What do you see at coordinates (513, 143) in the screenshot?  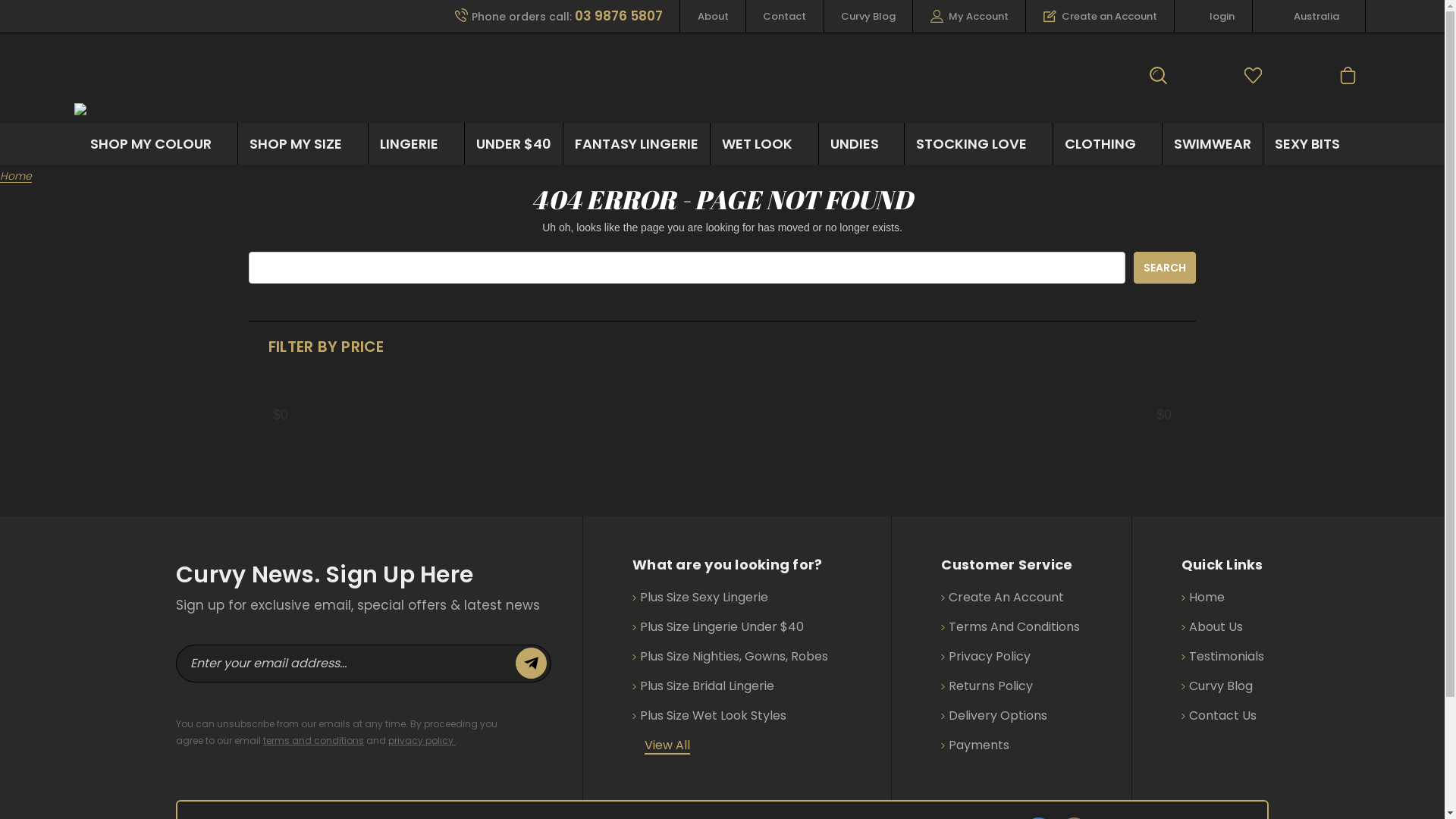 I see `'UNDER $40'` at bounding box center [513, 143].